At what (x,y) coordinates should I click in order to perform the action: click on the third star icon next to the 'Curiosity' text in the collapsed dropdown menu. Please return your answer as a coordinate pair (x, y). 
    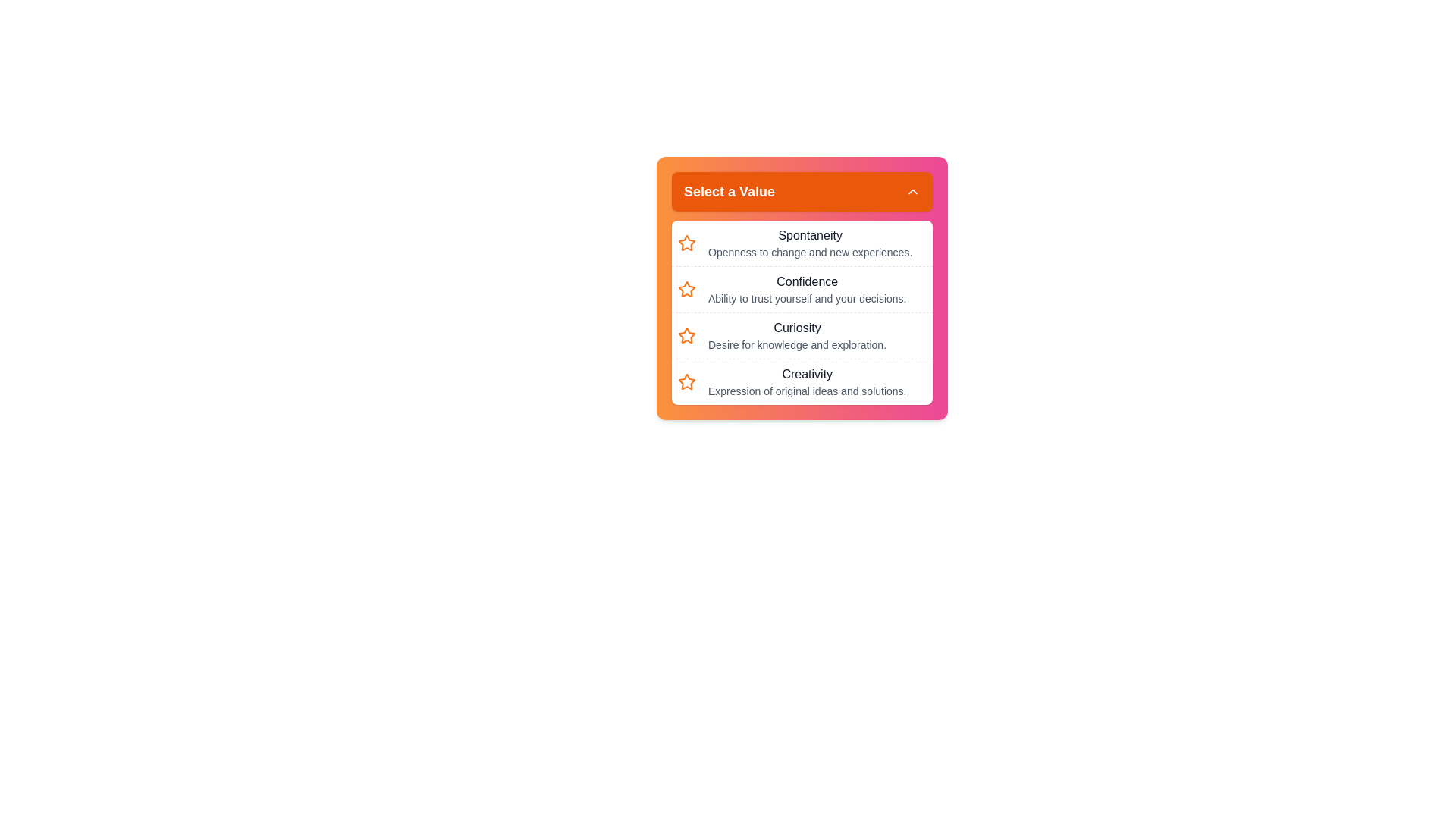
    Looking at the image, I should click on (686, 334).